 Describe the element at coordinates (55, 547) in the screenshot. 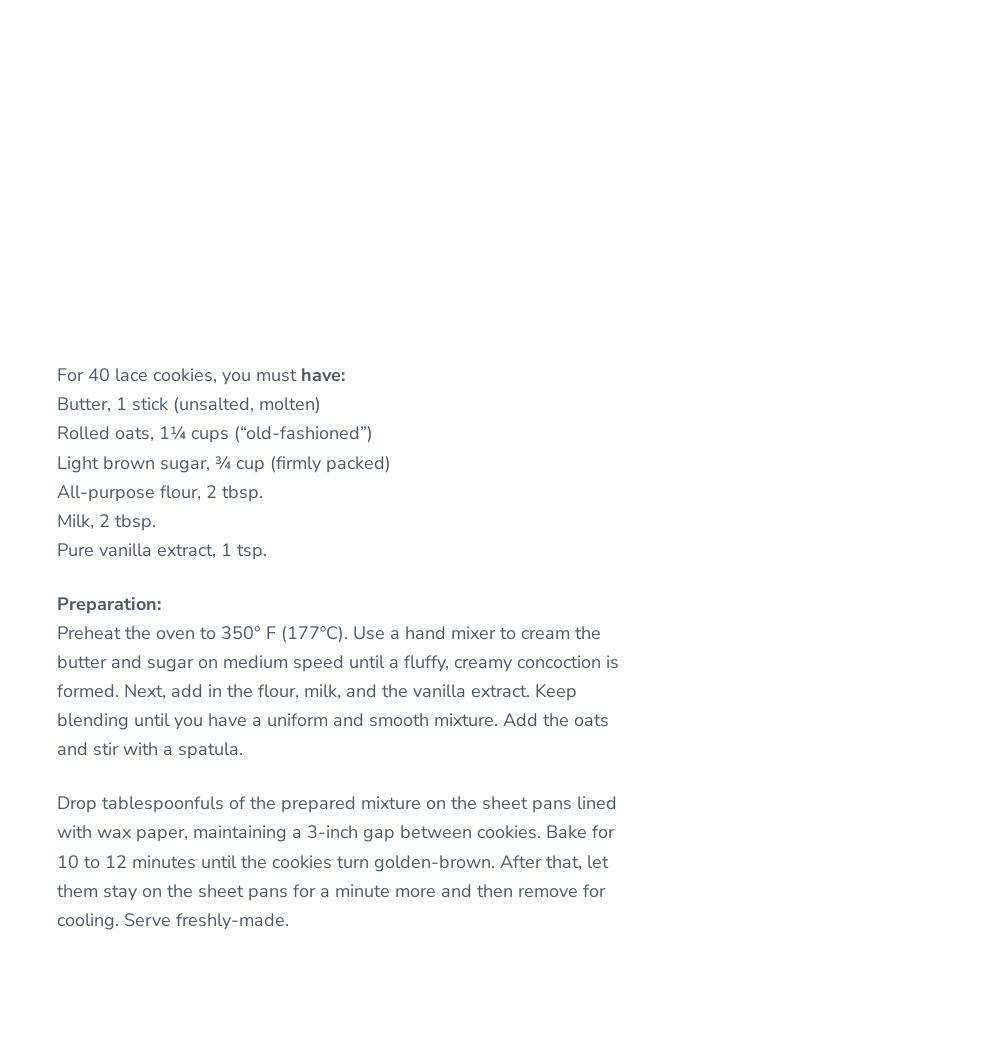

I see `'Pure vanilla extract, 1 tsp.'` at that location.